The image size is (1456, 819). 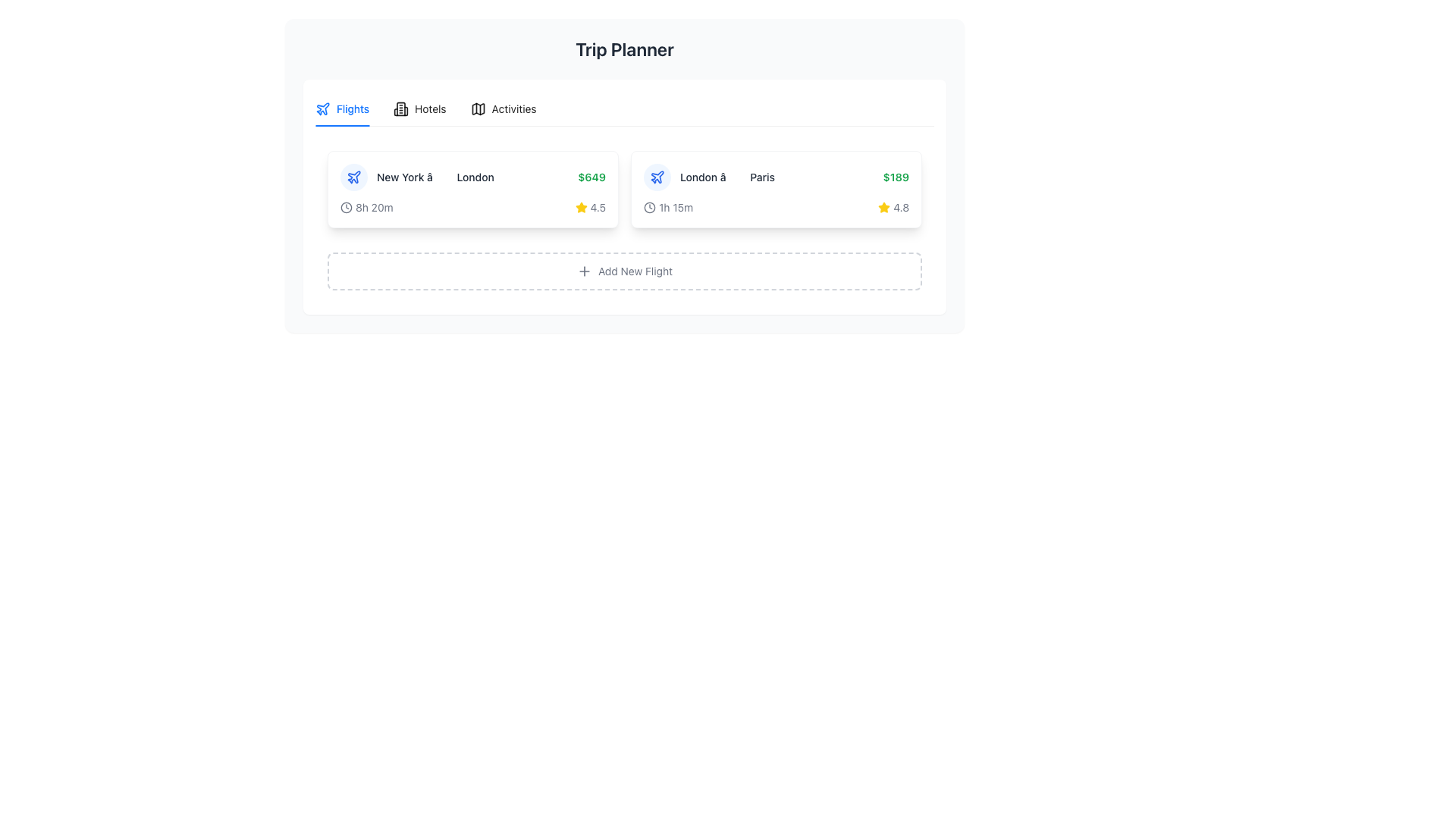 I want to click on the Rating Display element in the lower-right corner of the flight card for the route 'New York - London' that visually represents a rating of 4.5, so click(x=589, y=207).